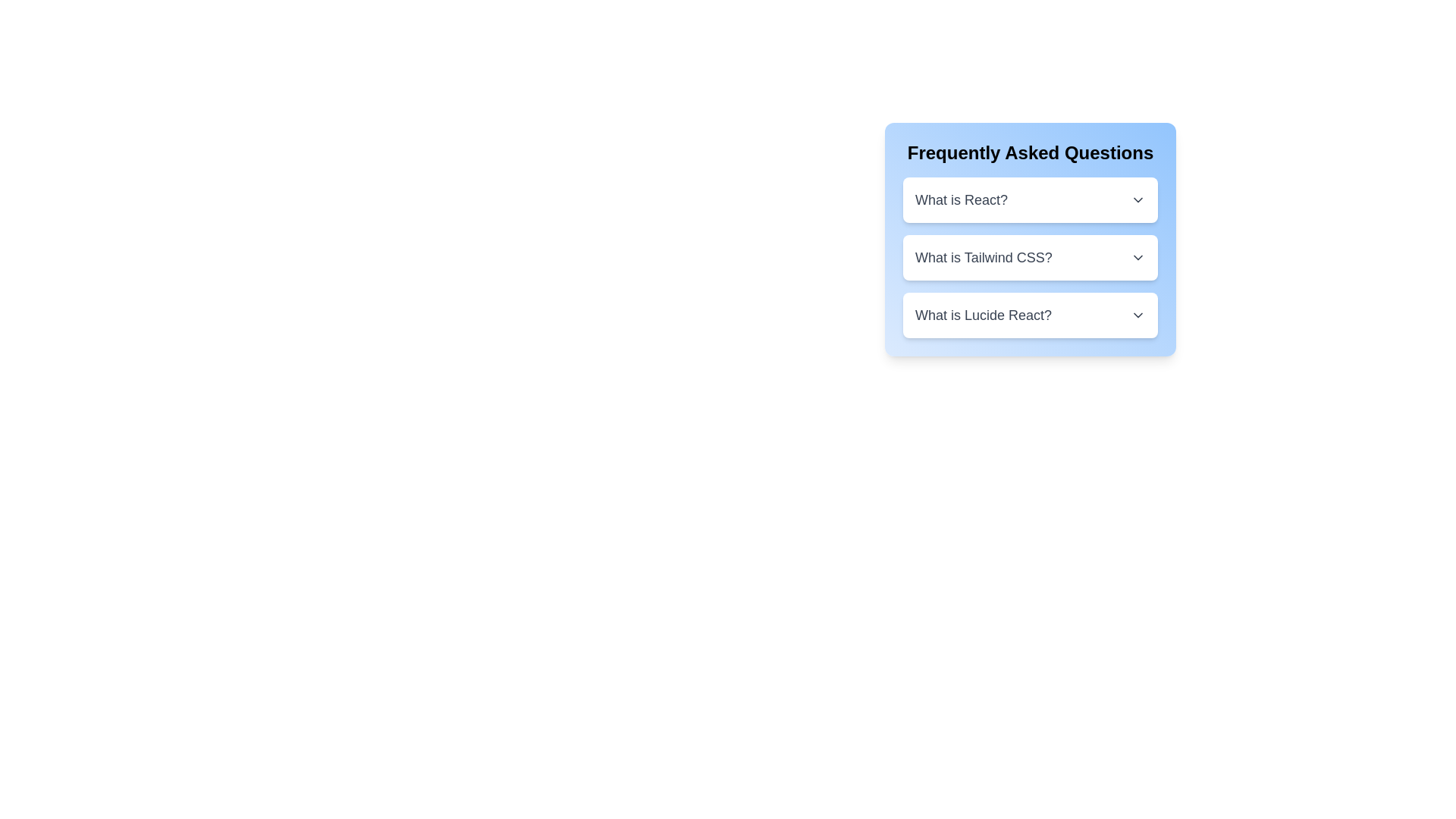  What do you see at coordinates (1138, 199) in the screenshot?
I see `the chevron icon indicating the expandability of the 'What is React?' question` at bounding box center [1138, 199].